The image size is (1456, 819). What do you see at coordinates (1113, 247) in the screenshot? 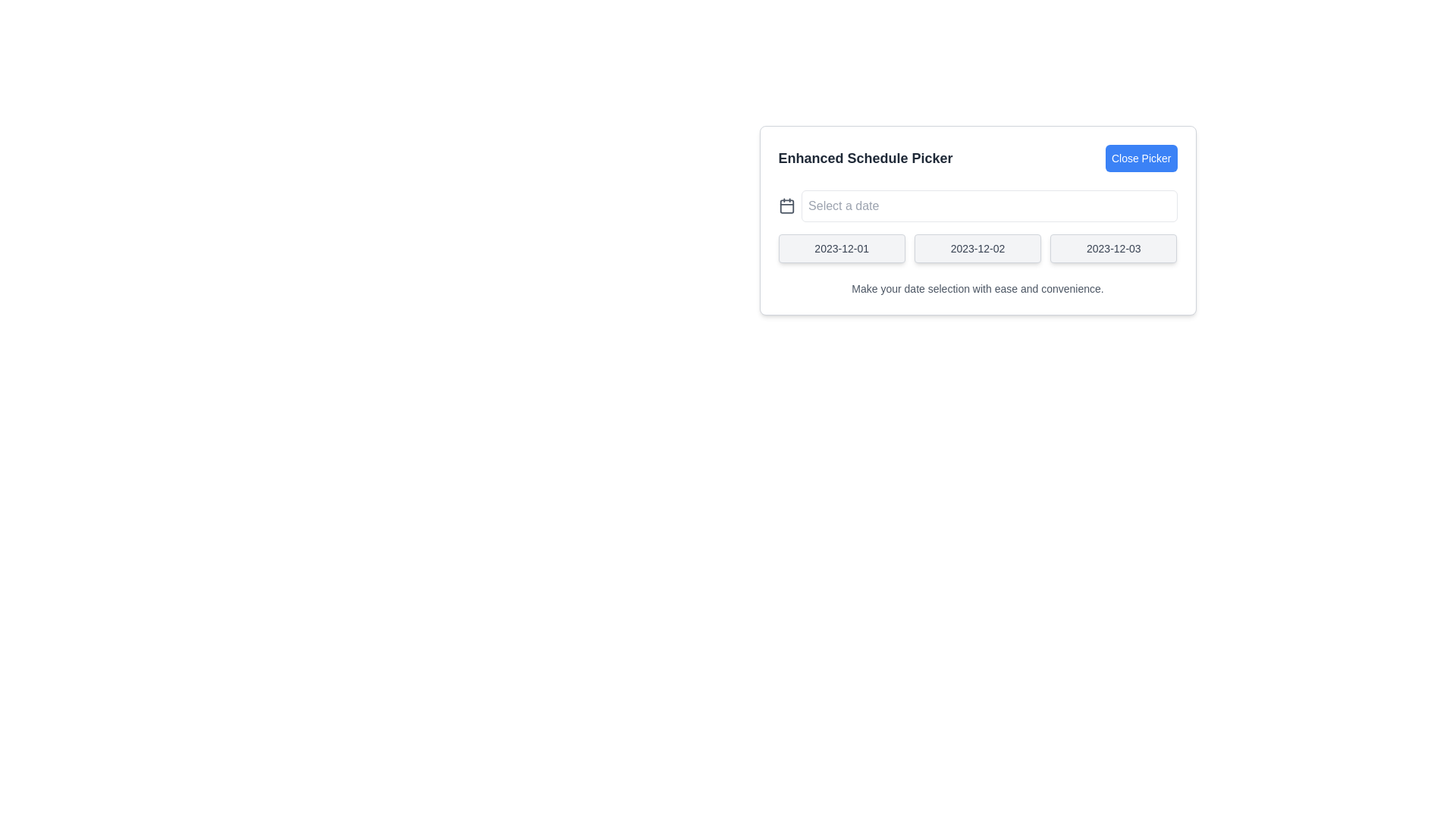
I see `the date selection button for '2023-12-03' located on the right side of the group within the date picker interface` at bounding box center [1113, 247].